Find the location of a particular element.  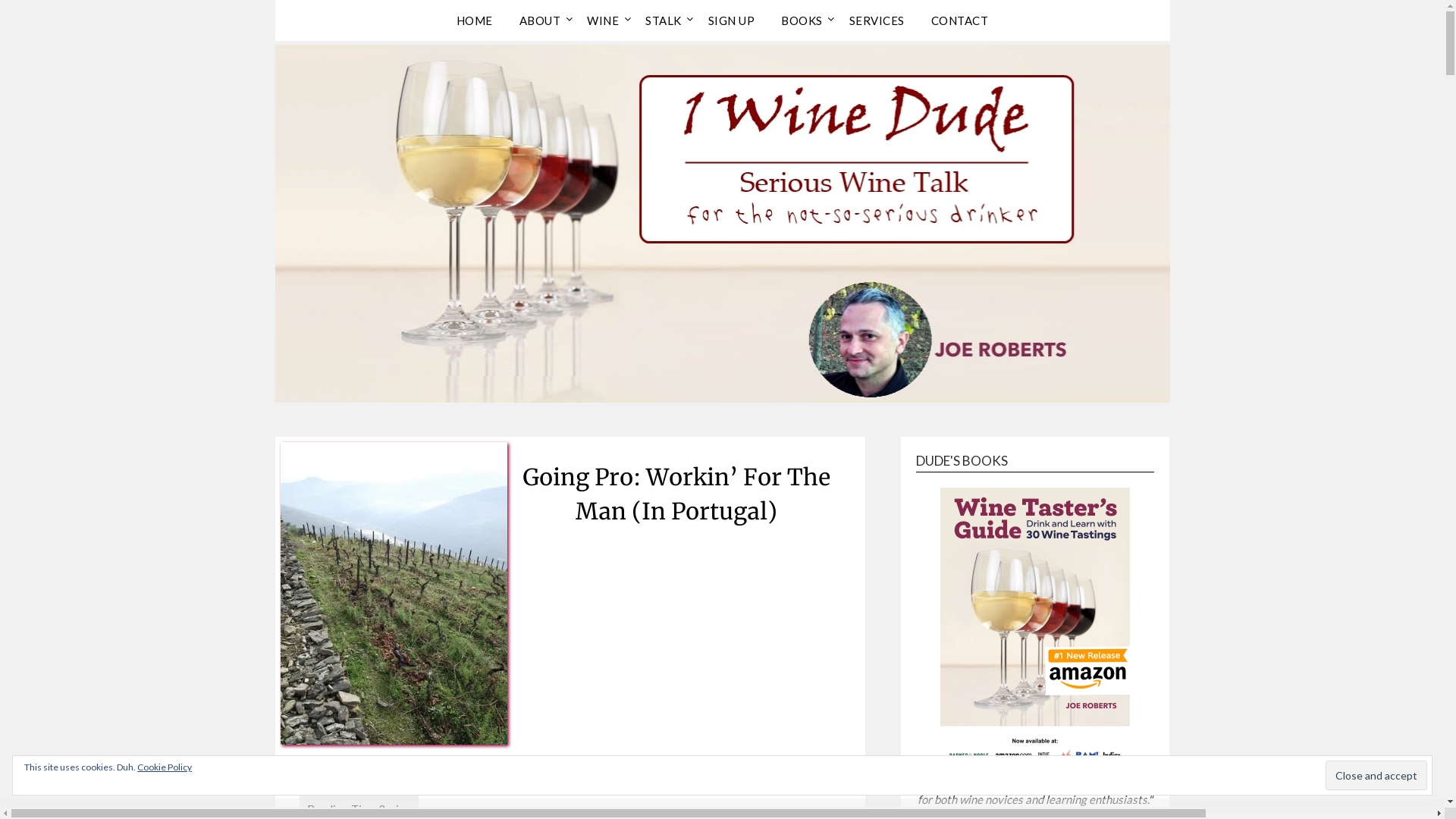

'Cookie Policy' is located at coordinates (164, 767).